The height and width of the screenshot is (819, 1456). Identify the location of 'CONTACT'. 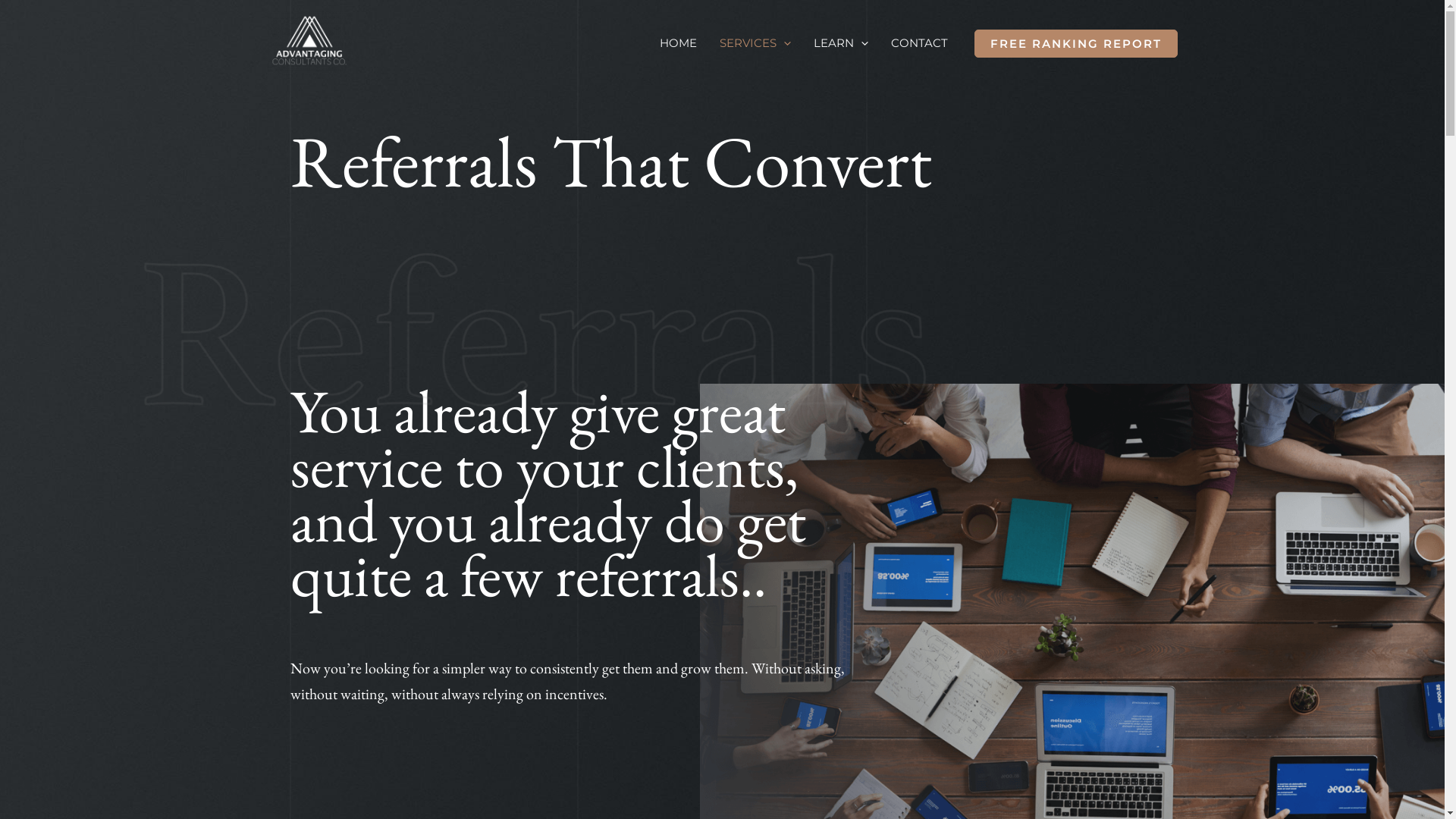
(918, 42).